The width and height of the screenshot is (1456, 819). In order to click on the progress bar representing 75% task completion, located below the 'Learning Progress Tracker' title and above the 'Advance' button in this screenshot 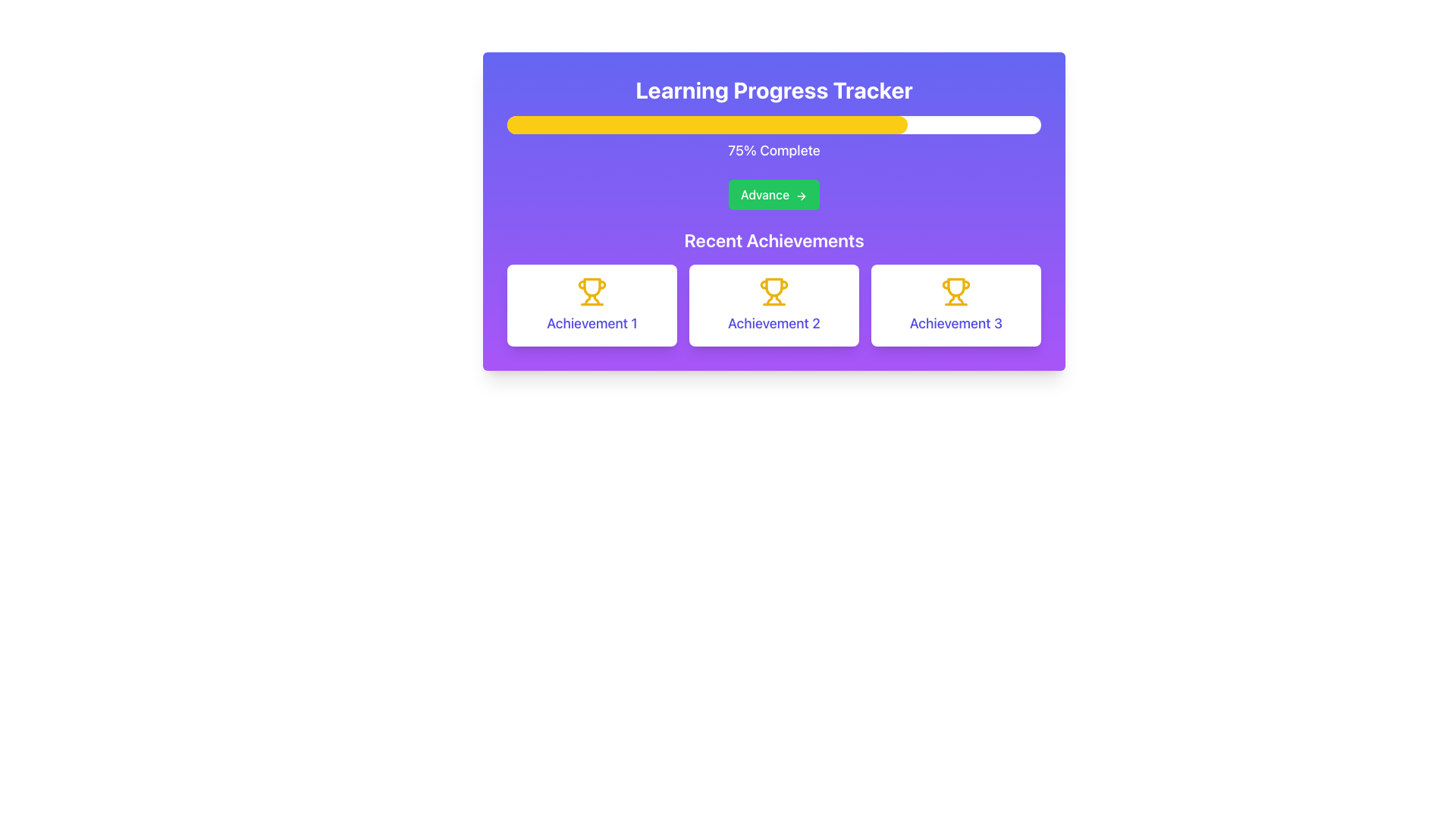, I will do `click(774, 124)`.